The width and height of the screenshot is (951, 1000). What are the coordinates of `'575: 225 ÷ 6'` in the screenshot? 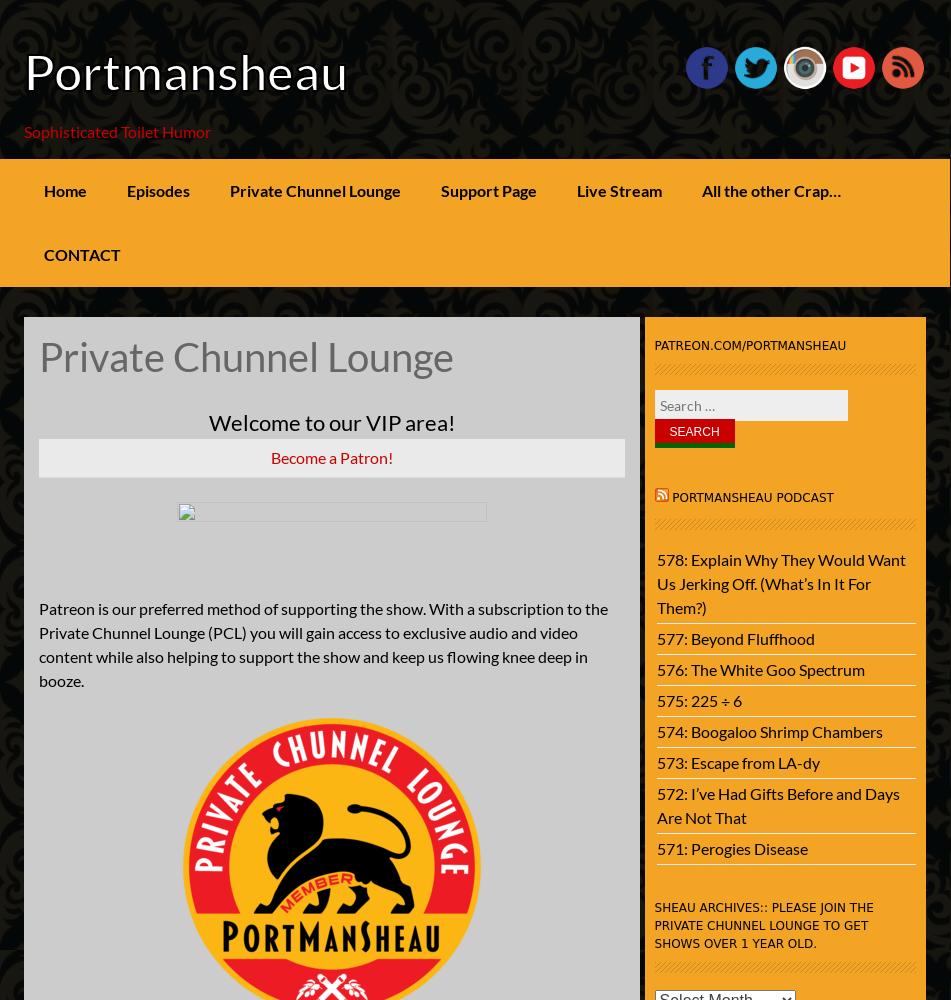 It's located at (697, 699).